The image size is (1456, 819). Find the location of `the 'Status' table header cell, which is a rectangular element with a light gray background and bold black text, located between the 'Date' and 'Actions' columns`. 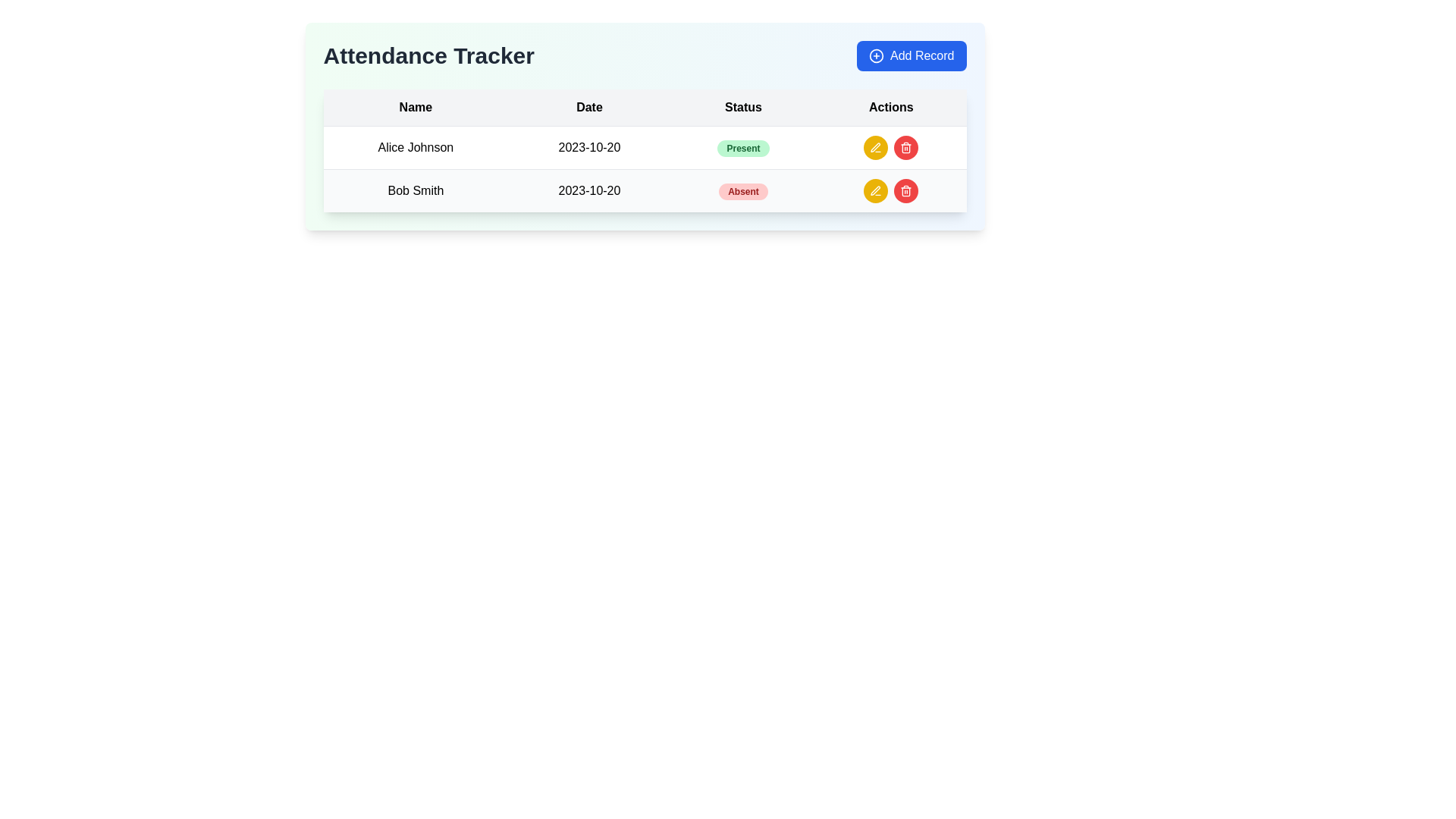

the 'Status' table header cell, which is a rectangular element with a light gray background and bold black text, located between the 'Date' and 'Actions' columns is located at coordinates (743, 107).